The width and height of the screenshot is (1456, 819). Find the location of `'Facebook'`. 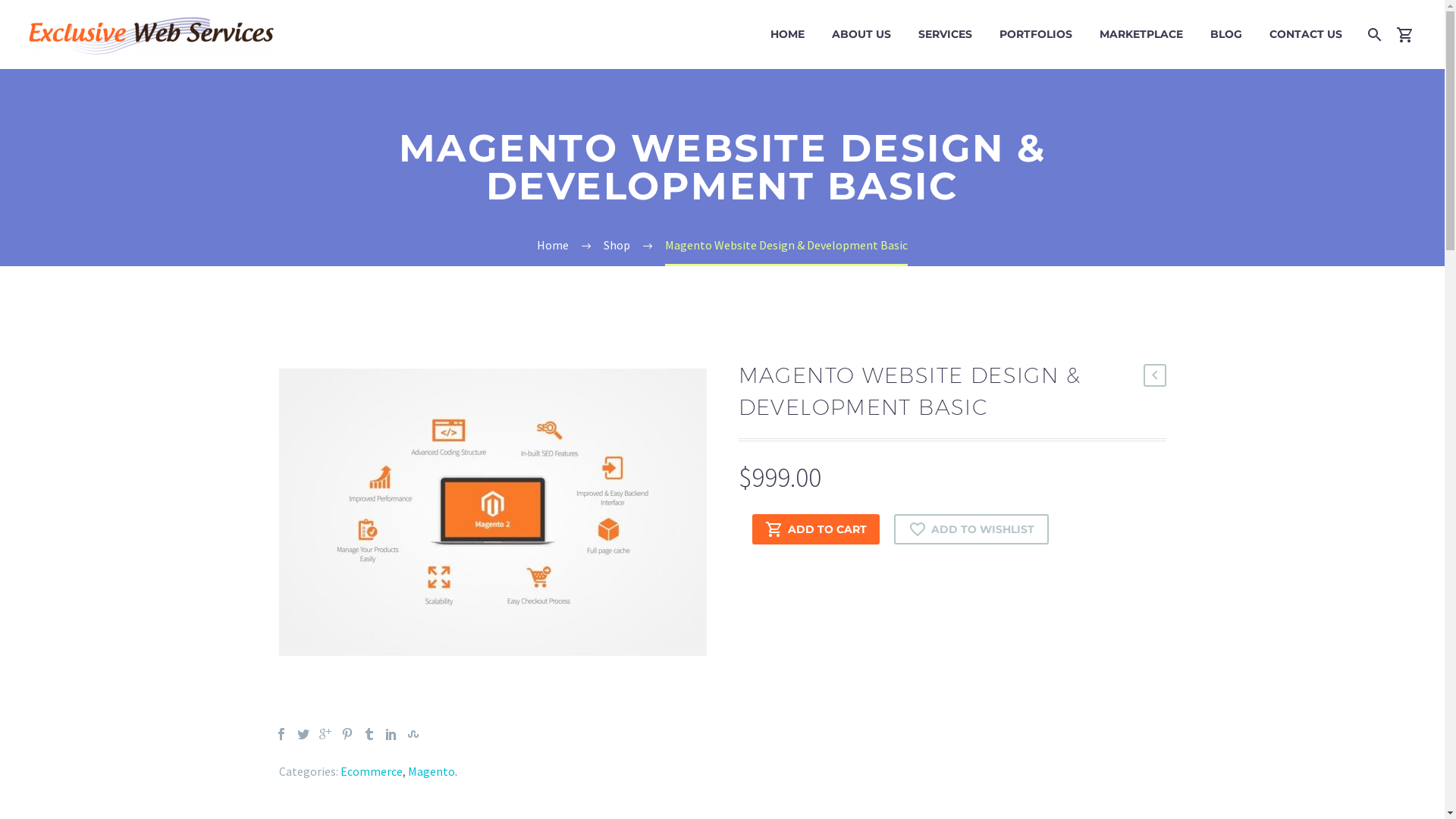

'Facebook' is located at coordinates (274, 733).